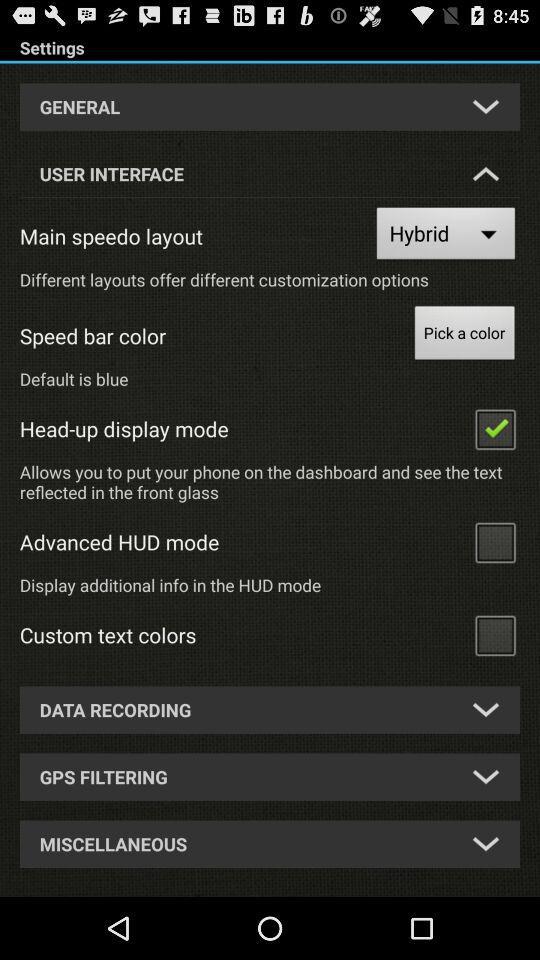  Describe the element at coordinates (464, 335) in the screenshot. I see `the pick a color` at that location.